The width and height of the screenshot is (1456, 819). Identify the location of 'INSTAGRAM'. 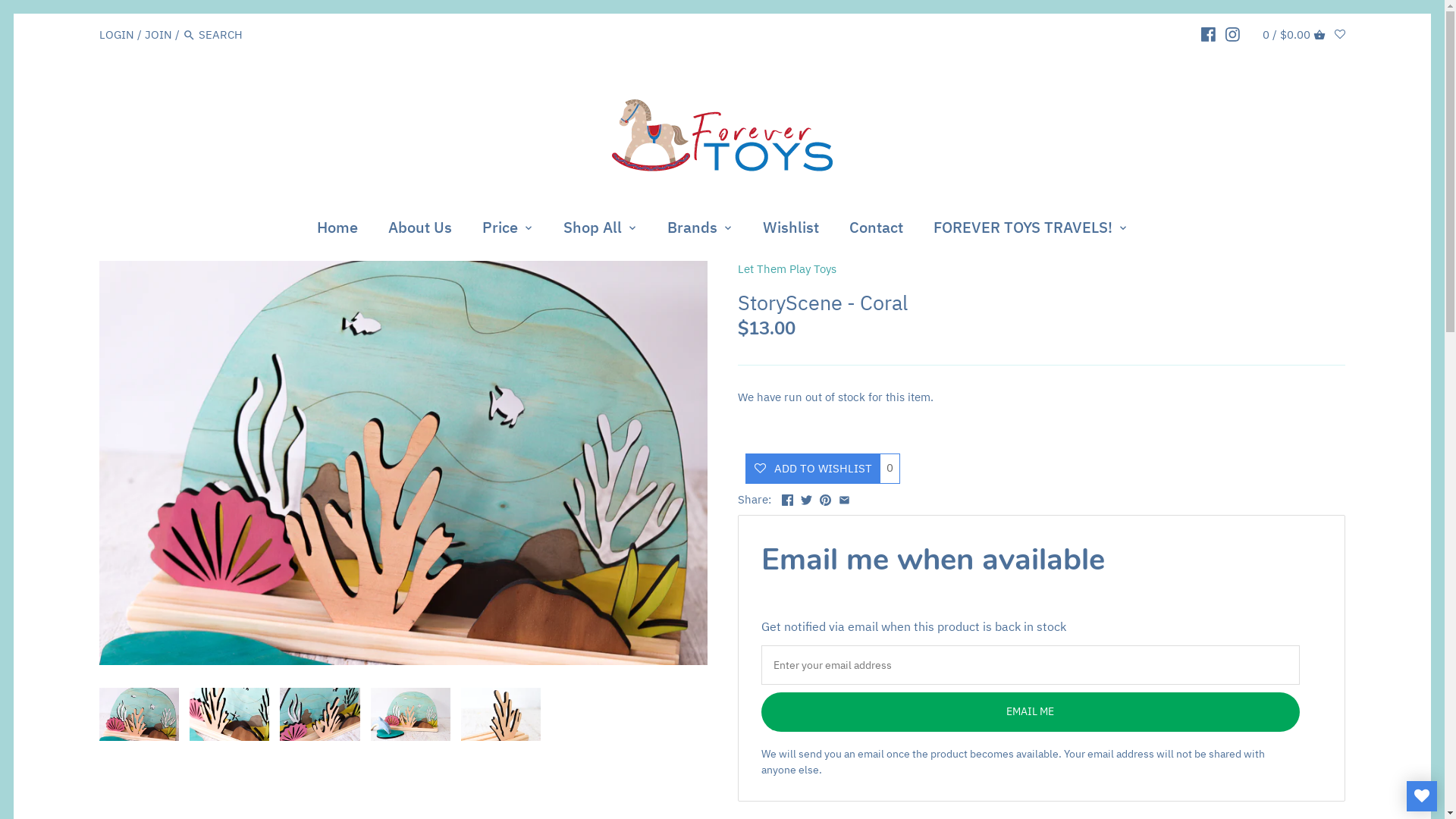
(1232, 34).